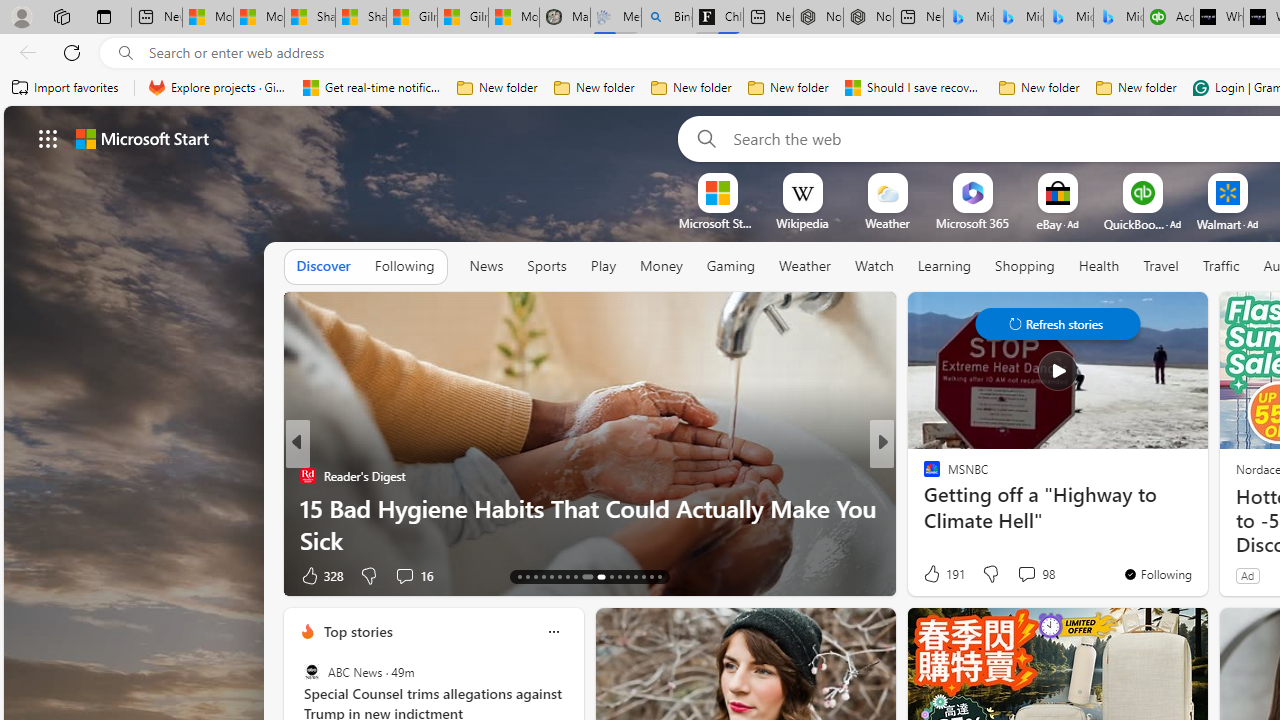 This screenshot has width=1280, height=720. I want to click on 'Gaming', so click(729, 266).